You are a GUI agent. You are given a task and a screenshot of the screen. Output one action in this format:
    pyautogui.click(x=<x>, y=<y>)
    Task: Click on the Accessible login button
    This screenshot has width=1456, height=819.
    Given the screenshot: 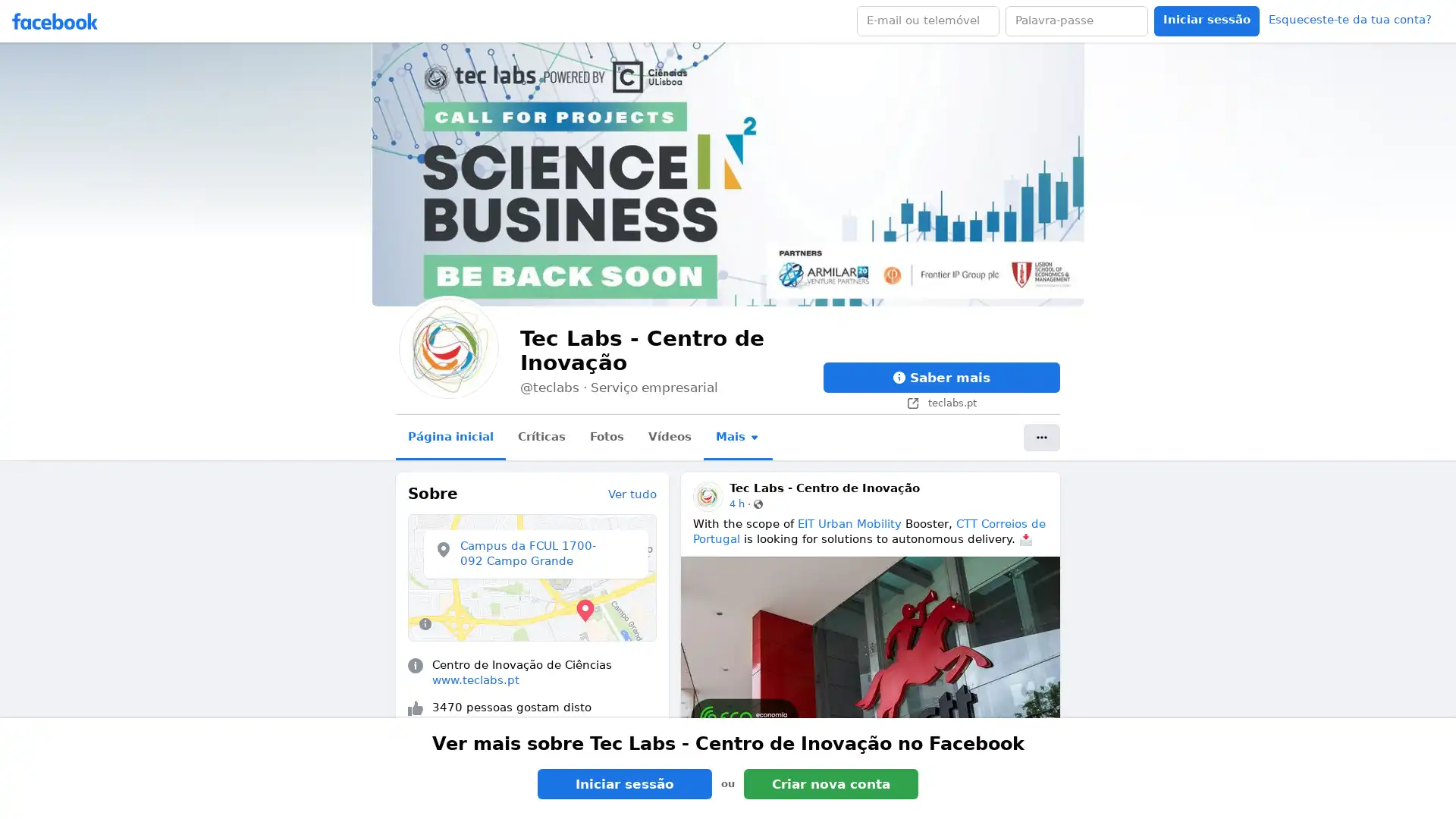 What is the action you would take?
    pyautogui.click(x=1206, y=20)
    